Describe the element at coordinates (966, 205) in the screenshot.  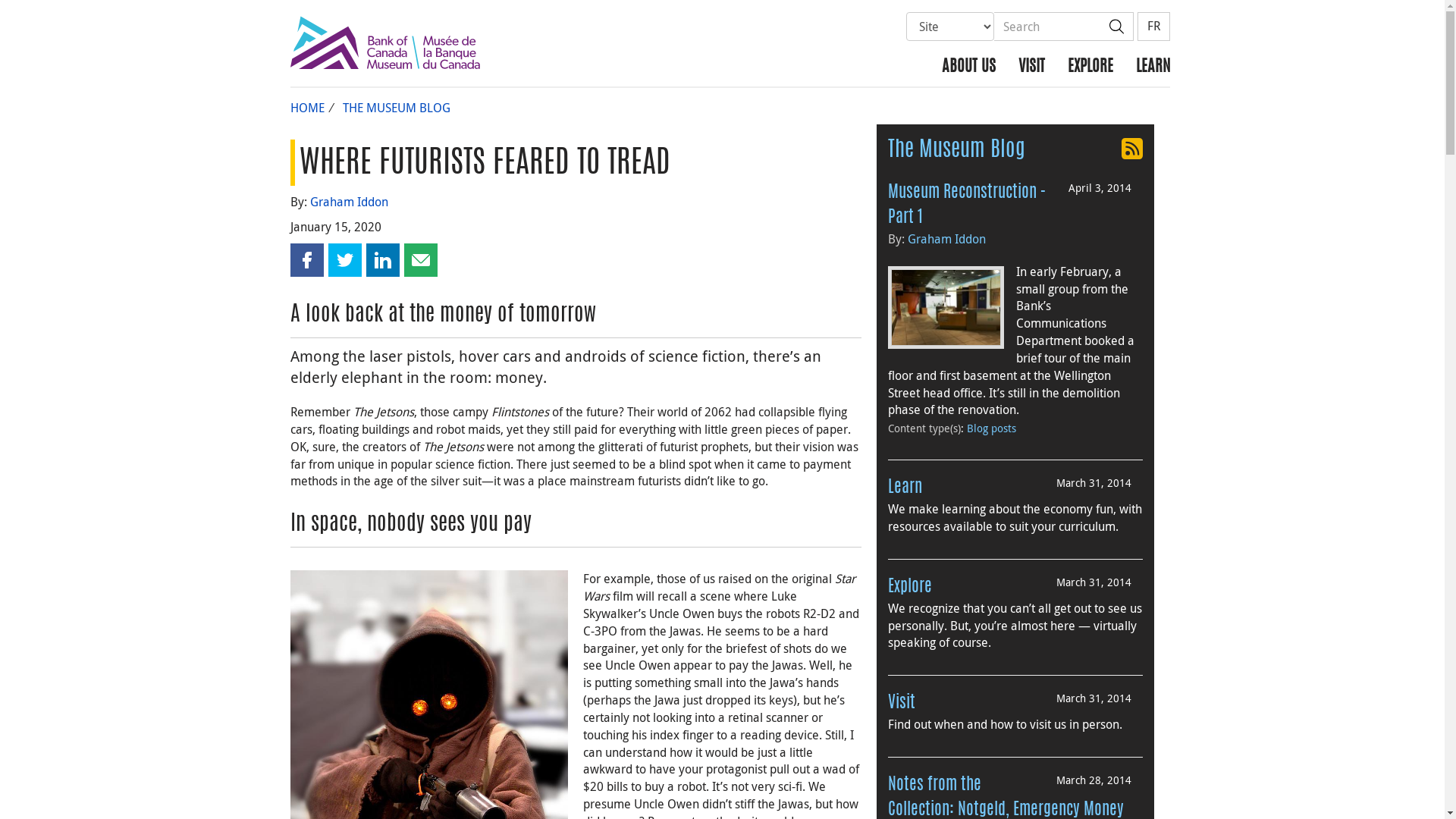
I see `'Museum Reconstruction - Part 1'` at that location.